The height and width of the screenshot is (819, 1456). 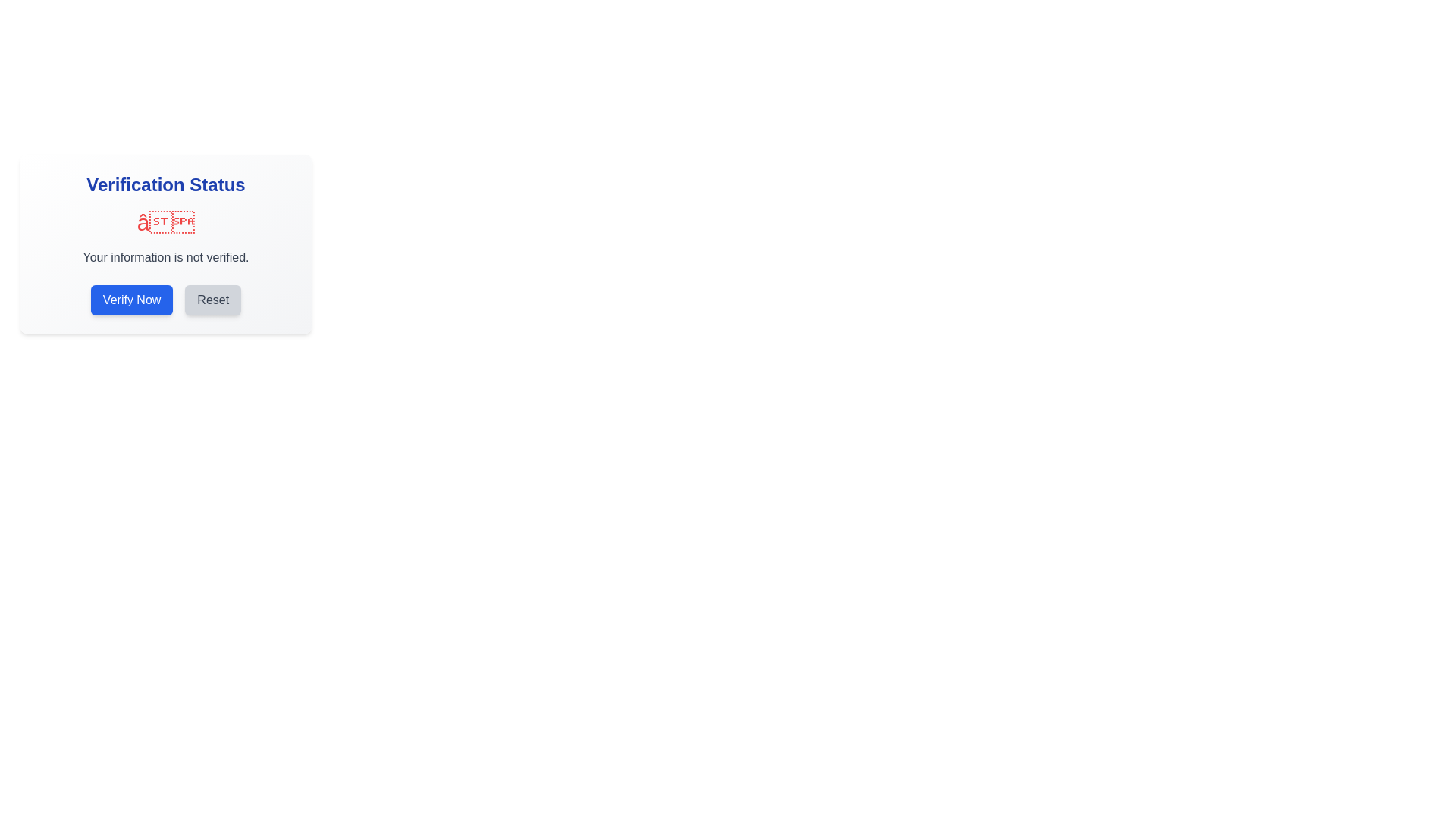 I want to click on the button group containing 'Verify Now' and 'Reset' buttons, so click(x=166, y=300).